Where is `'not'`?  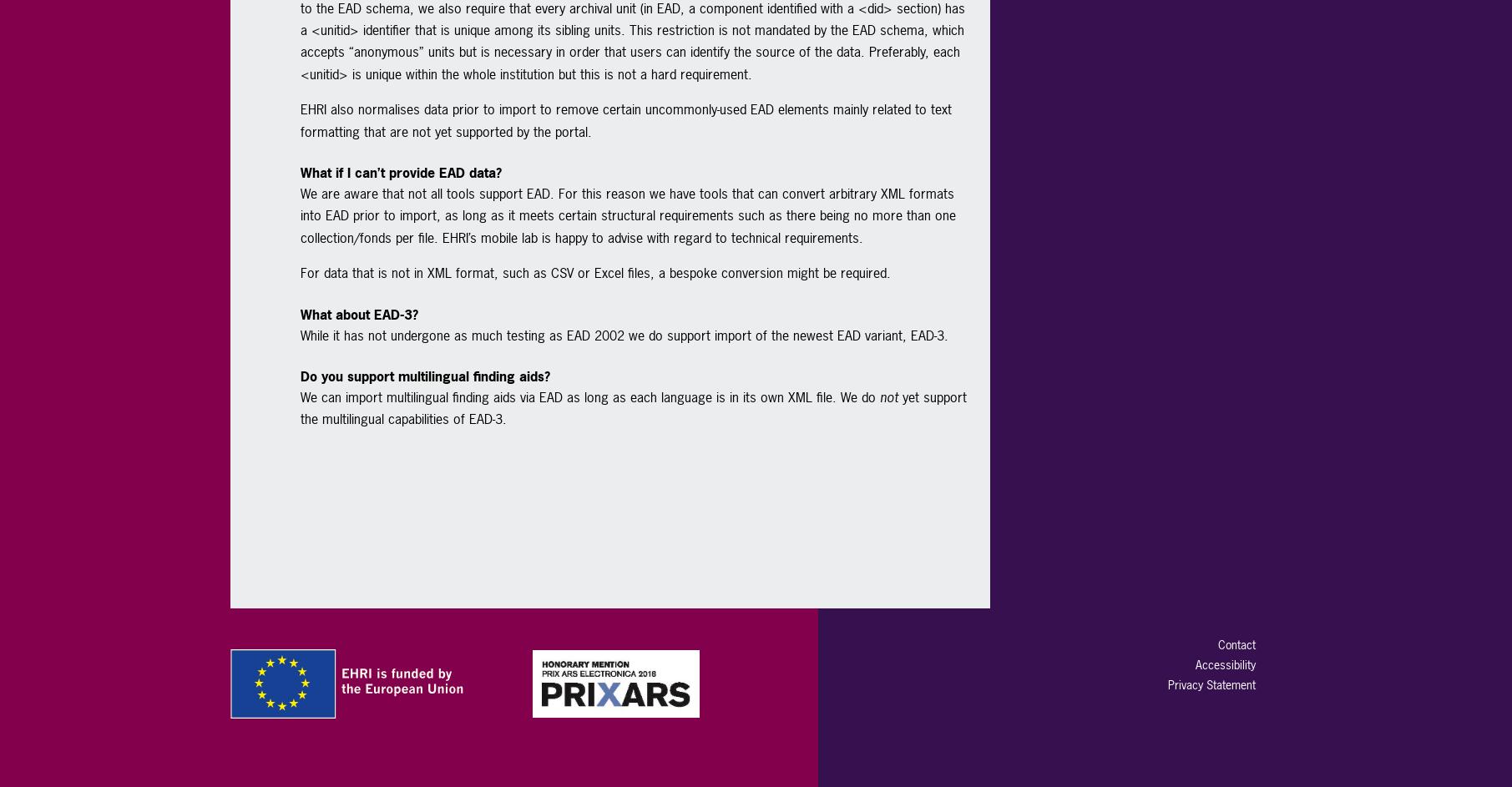
'not' is located at coordinates (887, 395).